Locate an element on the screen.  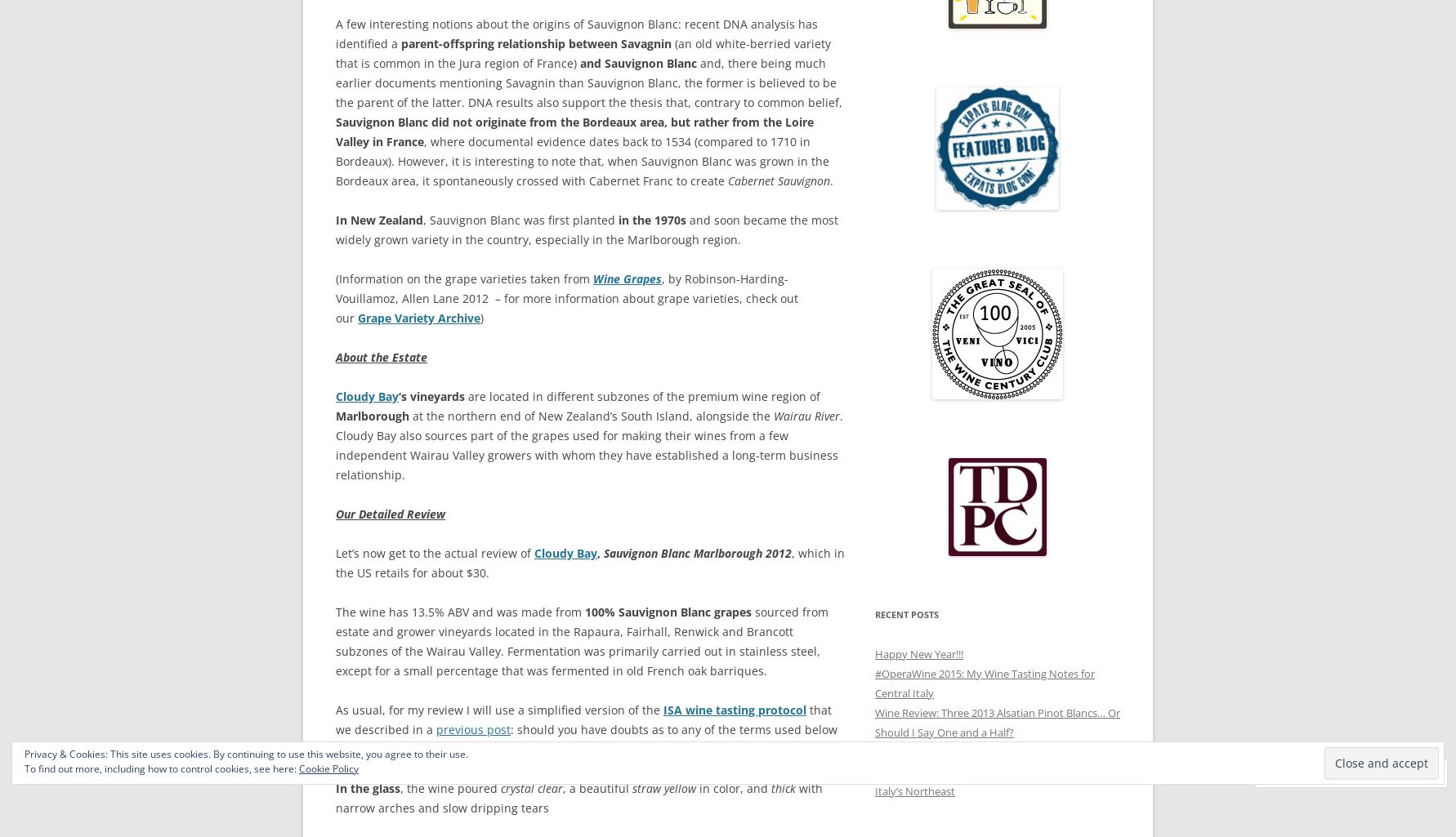
', Sauvignon Blanc was first planted' is located at coordinates (520, 219).